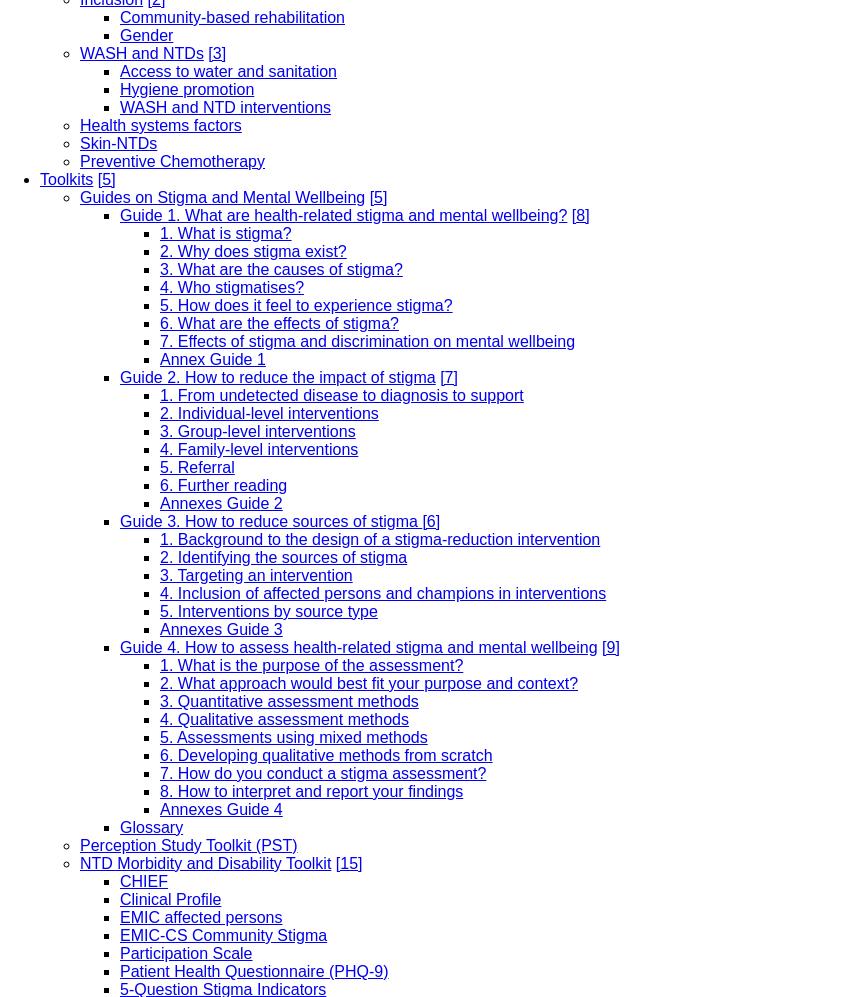  Describe the element at coordinates (311, 789) in the screenshot. I see `'8. How to interpret and report your findings'` at that location.